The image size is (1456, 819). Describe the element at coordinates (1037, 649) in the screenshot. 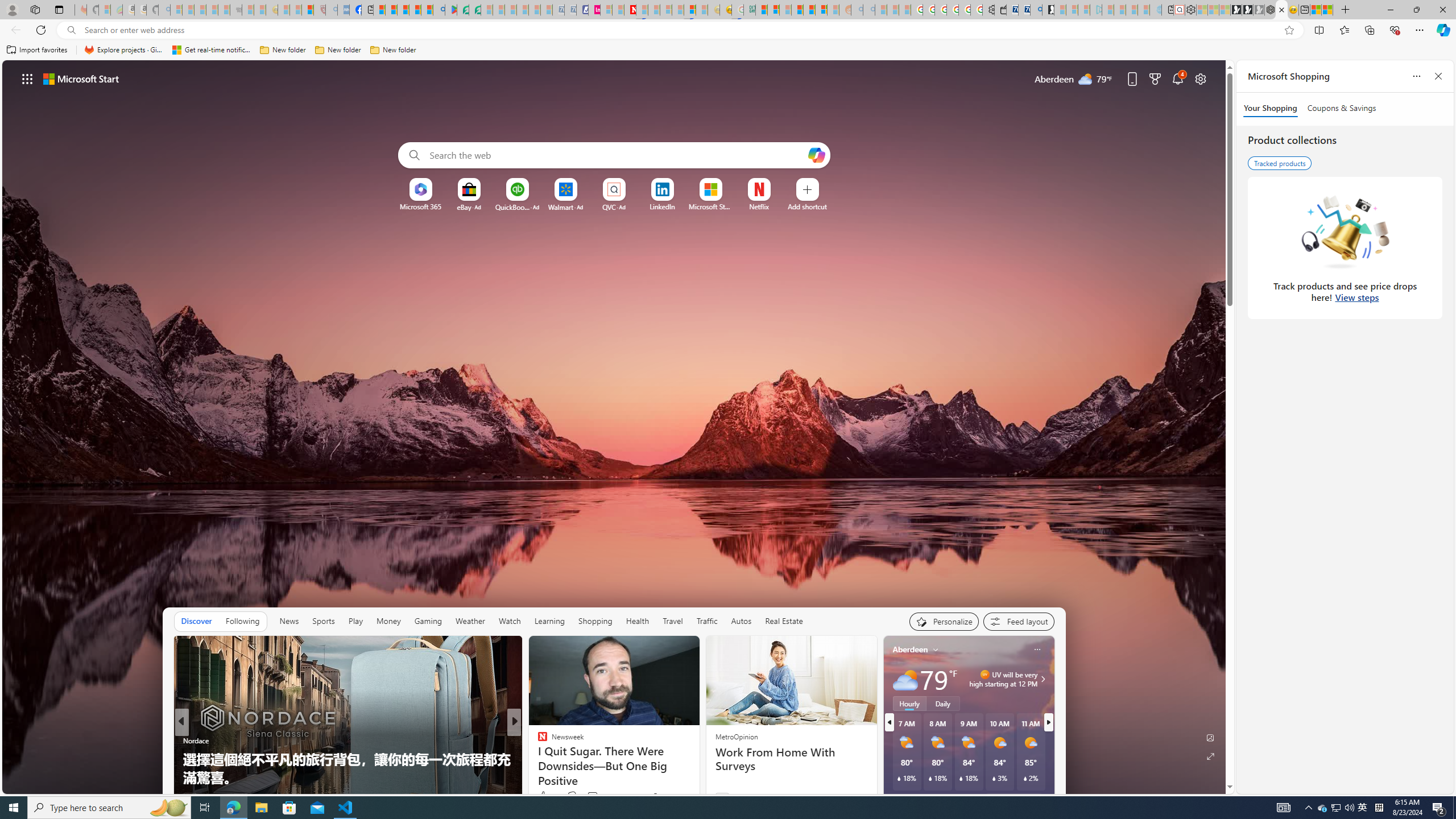

I see `'Class: icon-img'` at that location.